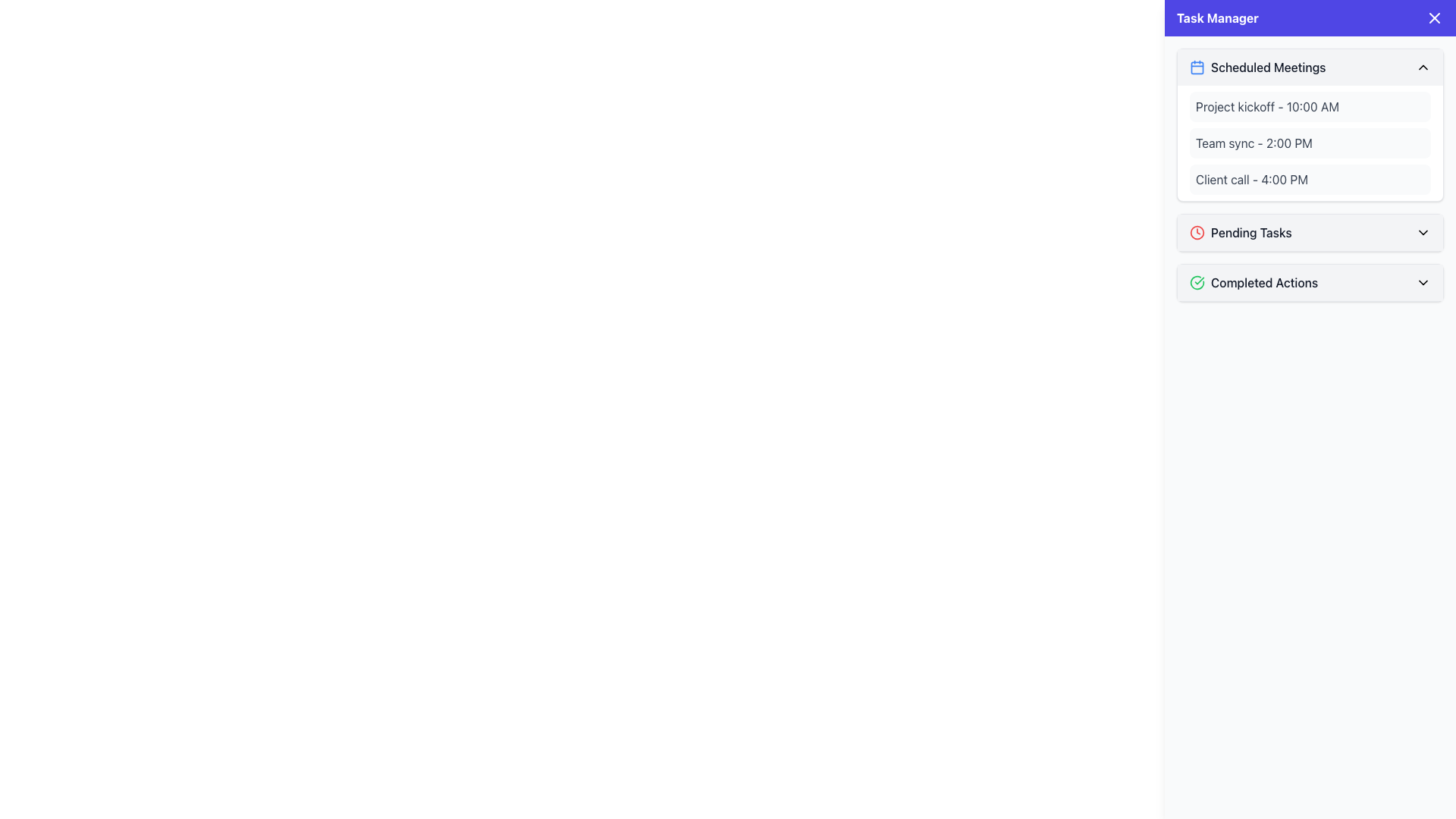 The image size is (1456, 819). I want to click on the first collapsible section that displays a list of scheduled meetings, so click(1310, 124).